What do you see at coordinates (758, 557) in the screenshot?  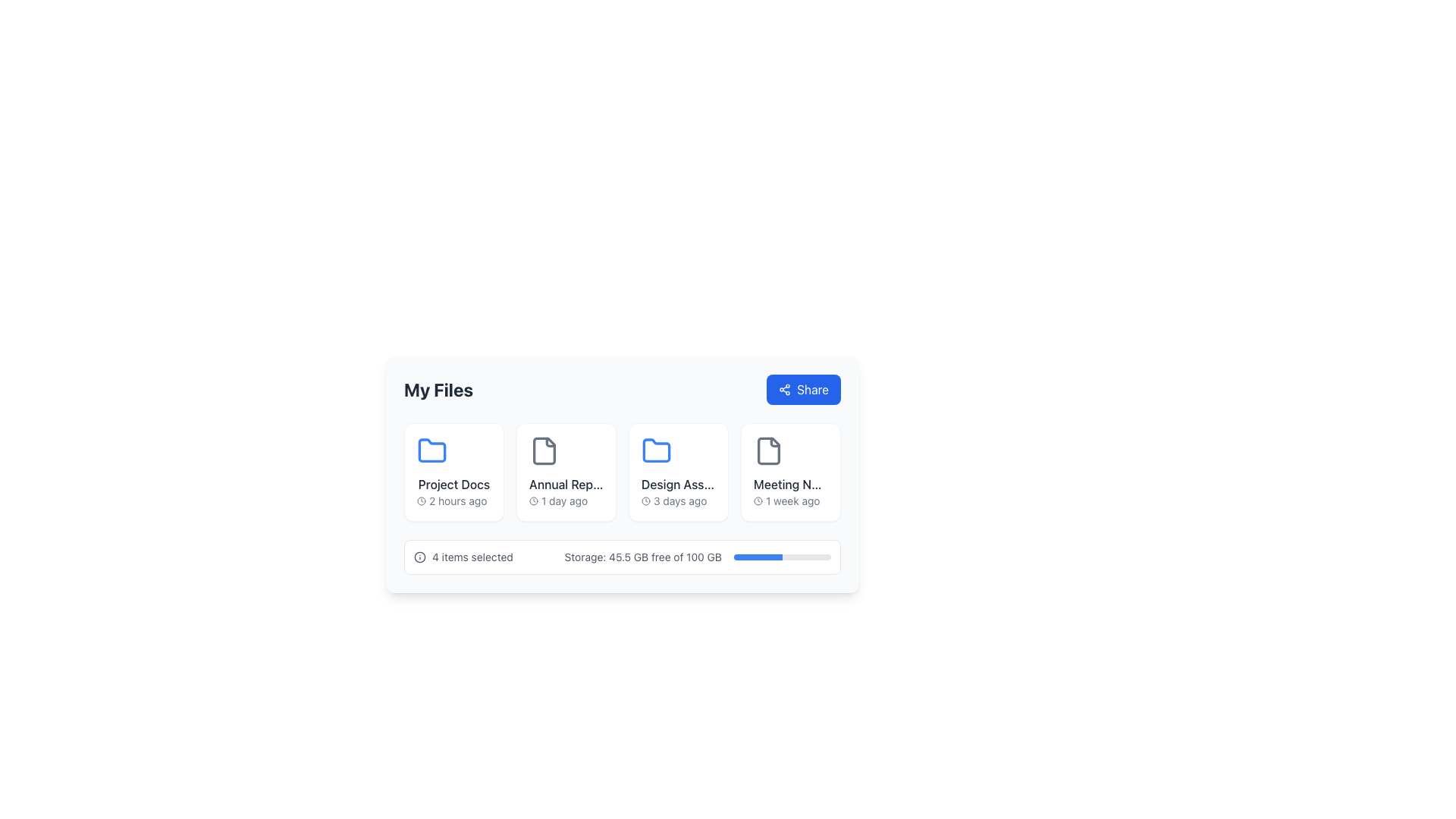 I see `the blue-filled portion of the progress bar located below the 'Storage' label, which represents the filled portion of the progress bar` at bounding box center [758, 557].